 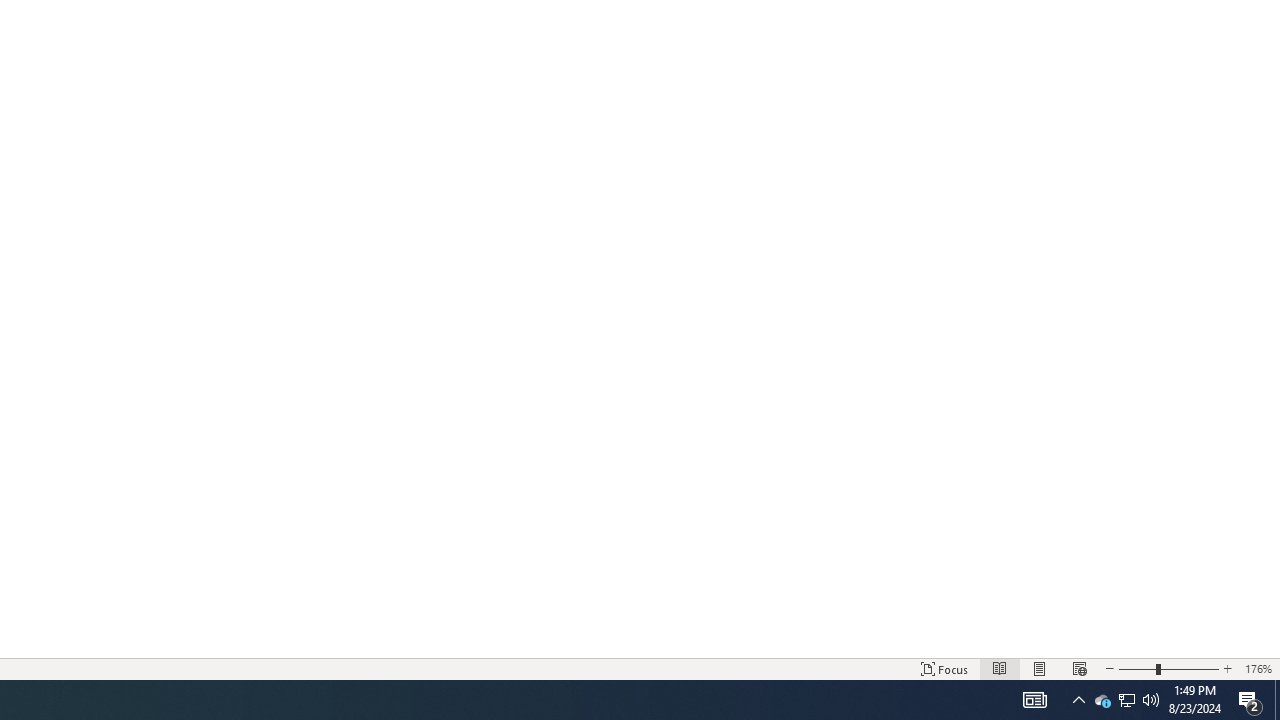 I want to click on 'Zoom Out', so click(x=1137, y=669).